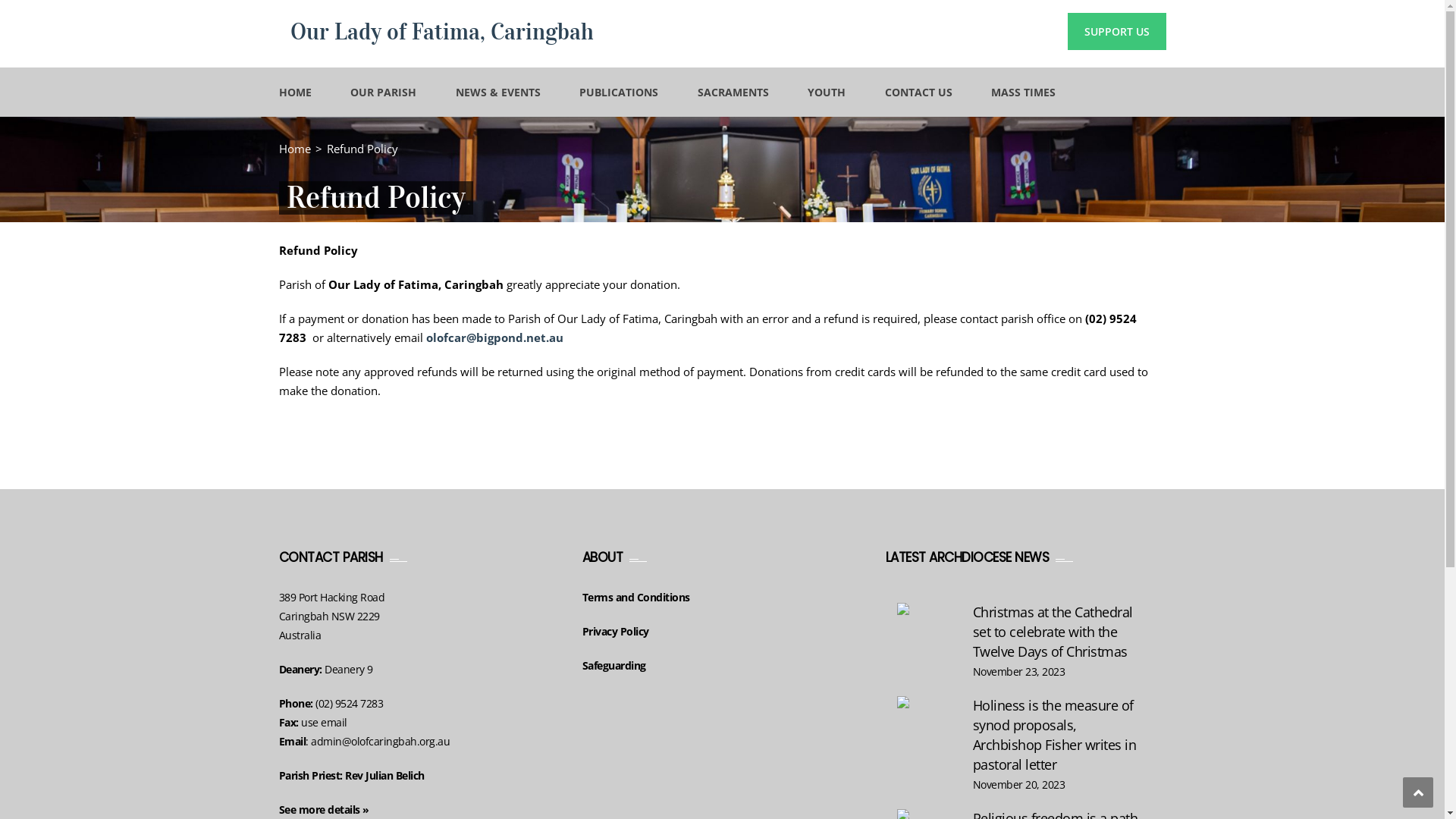 Image resolution: width=1456 pixels, height=819 pixels. What do you see at coordinates (279, 808) in the screenshot?
I see `'See more details'` at bounding box center [279, 808].